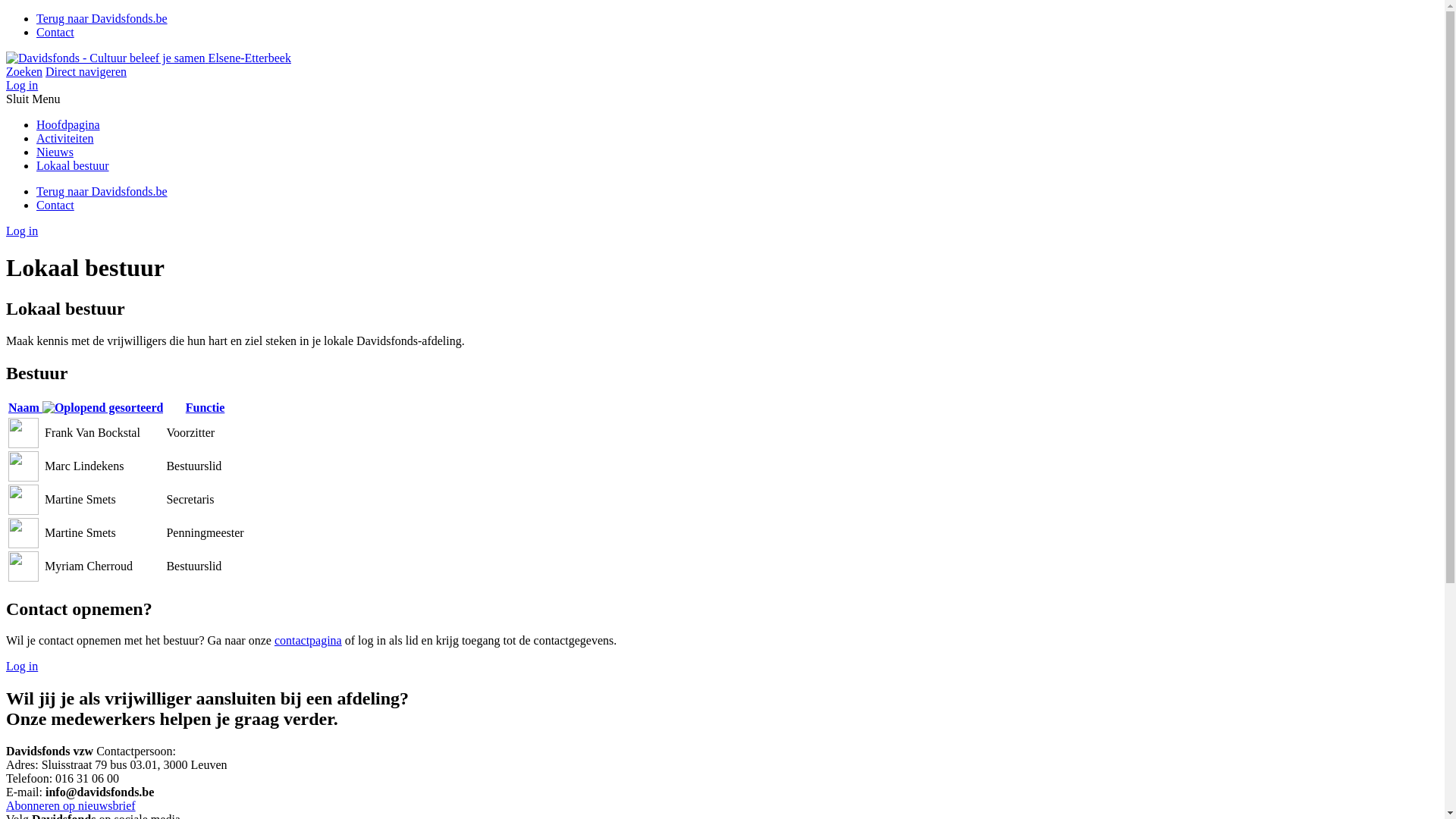 Image resolution: width=1456 pixels, height=819 pixels. I want to click on 'Contact', so click(55, 205).